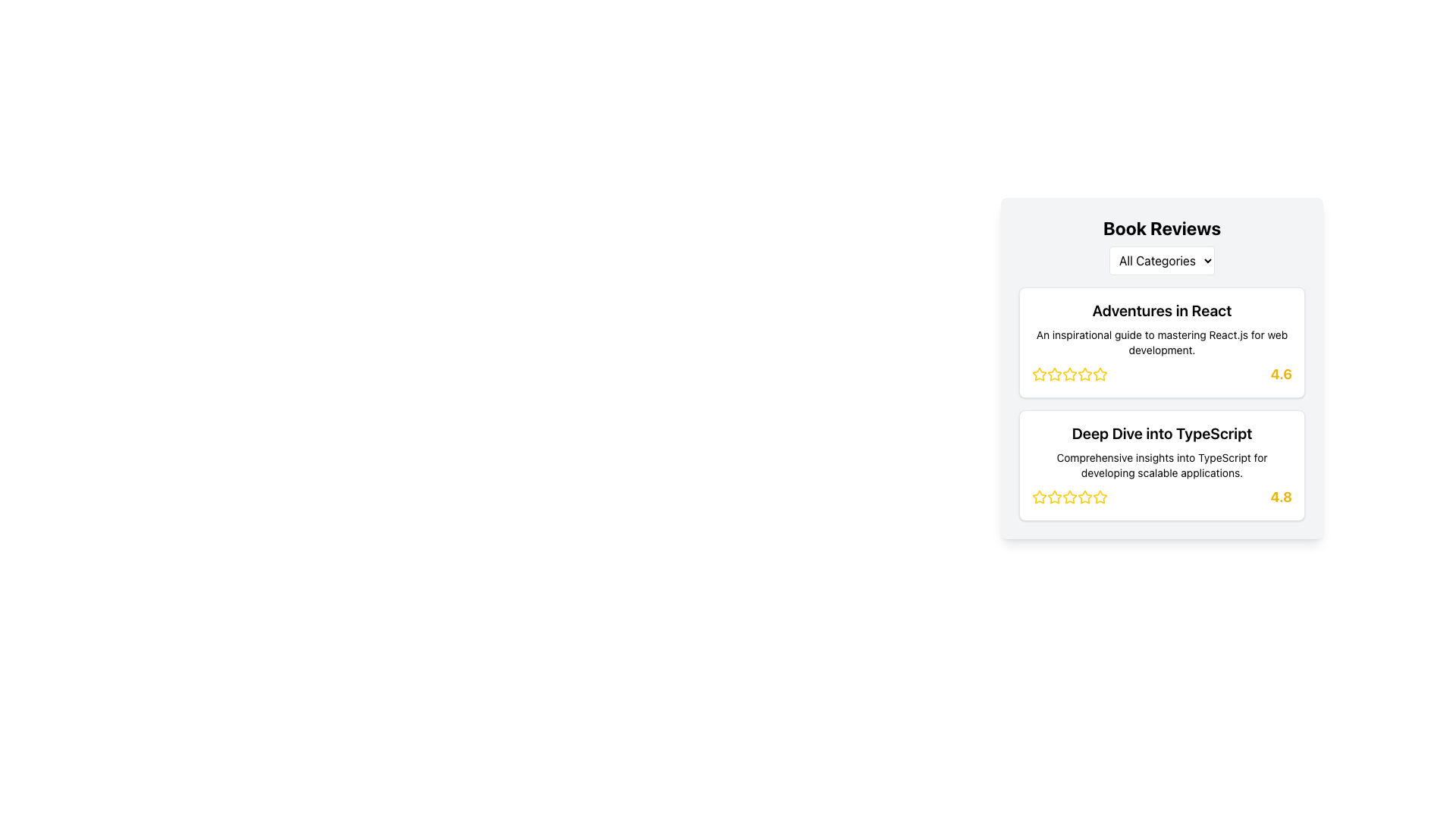  What do you see at coordinates (1084, 497) in the screenshot?
I see `the fifth star icon in the rating system under the title 'Deep Dive into TypeScript'` at bounding box center [1084, 497].